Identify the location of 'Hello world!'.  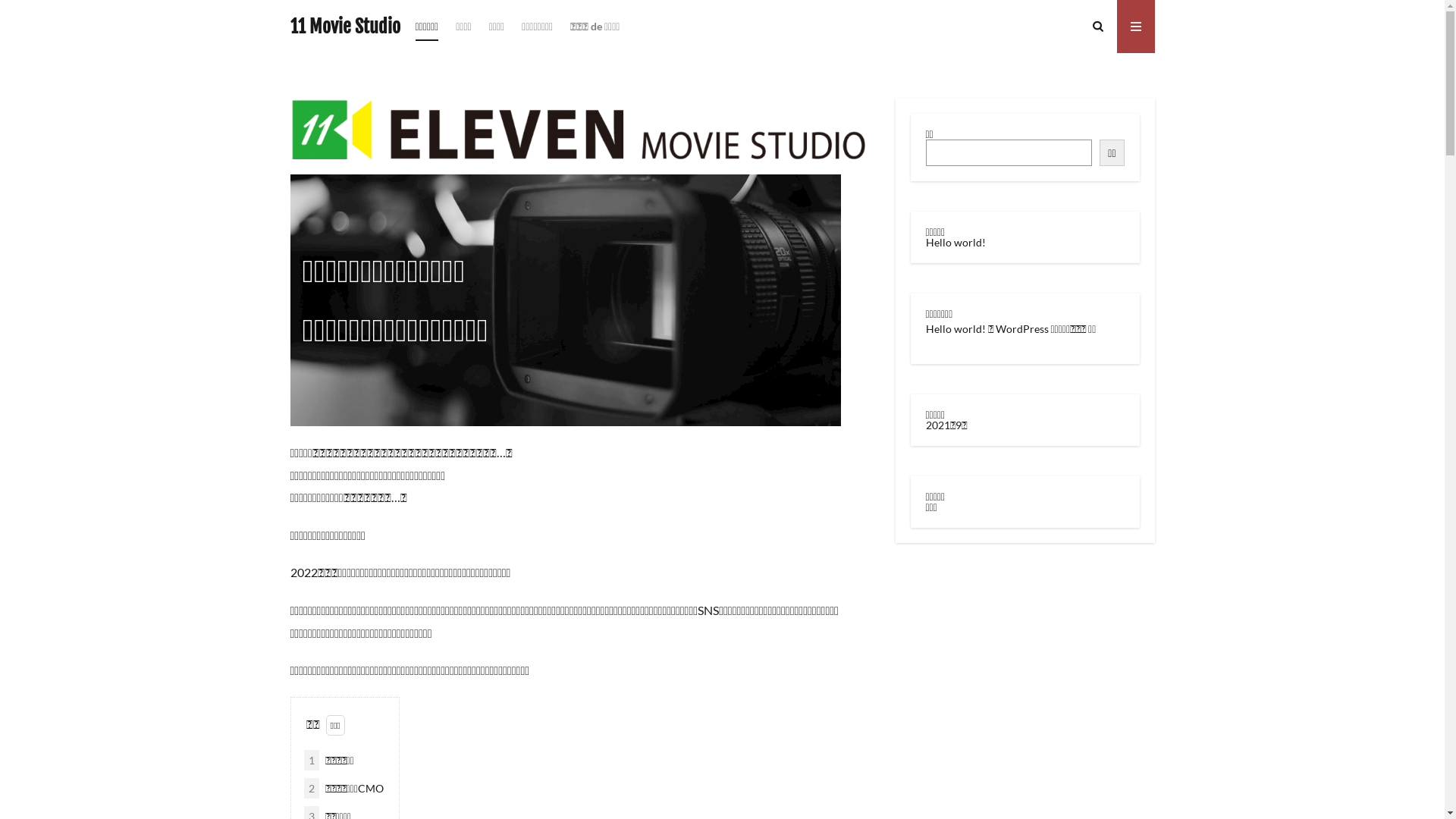
(954, 328).